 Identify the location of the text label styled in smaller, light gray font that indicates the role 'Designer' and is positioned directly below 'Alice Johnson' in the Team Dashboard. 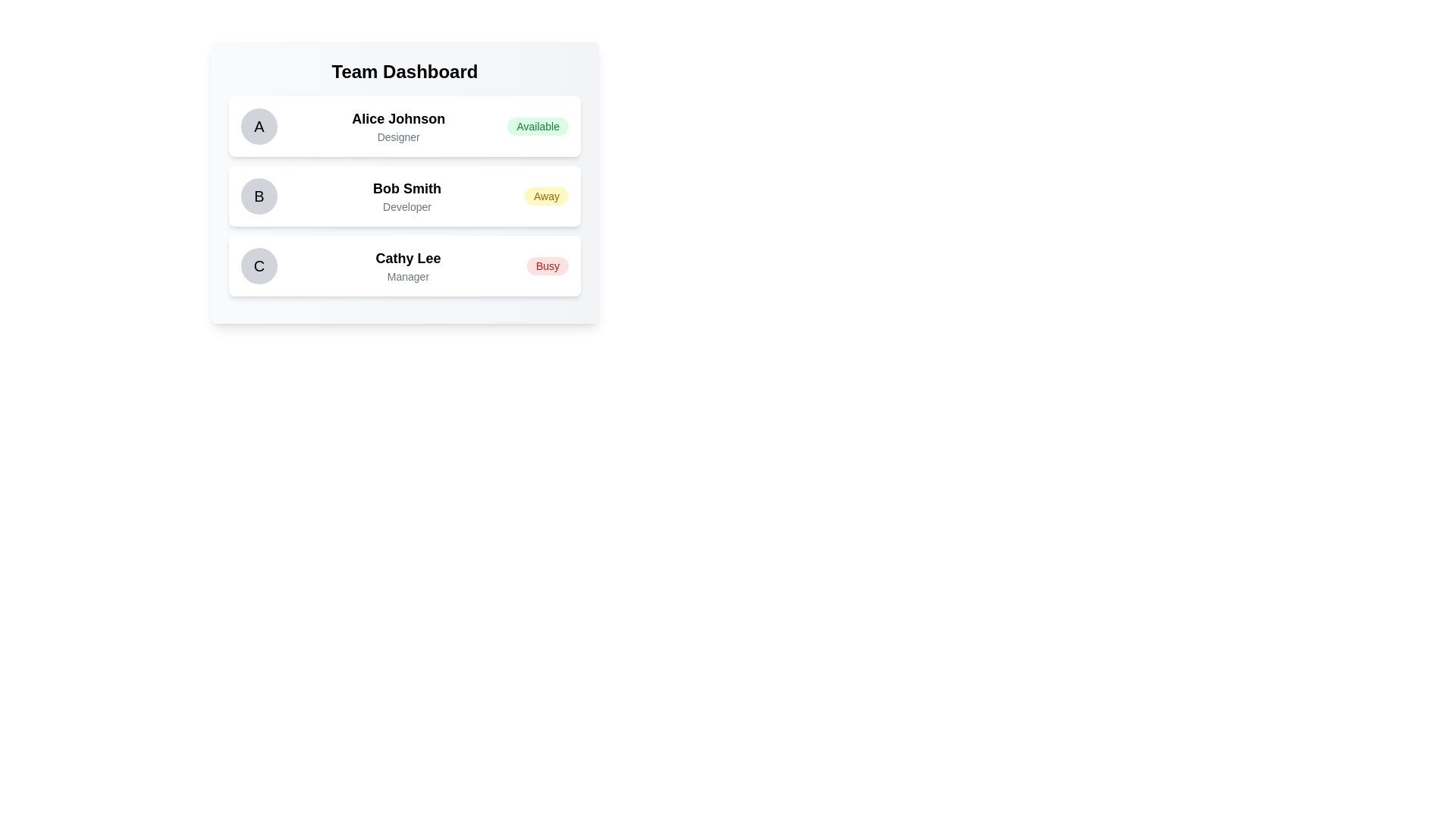
(398, 137).